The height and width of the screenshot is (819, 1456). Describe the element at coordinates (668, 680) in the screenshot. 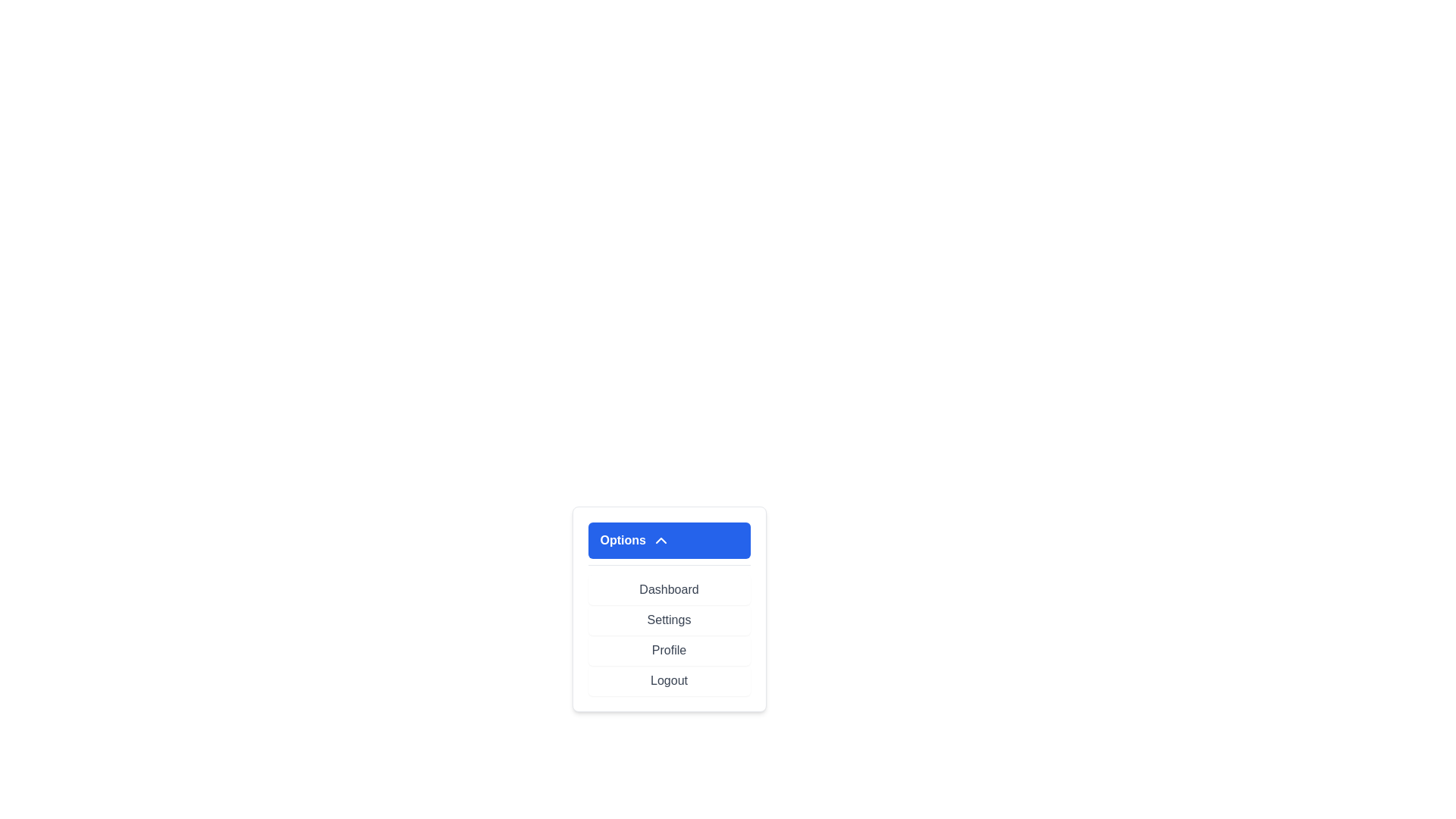

I see `the menu item Logout by clicking on it` at that location.